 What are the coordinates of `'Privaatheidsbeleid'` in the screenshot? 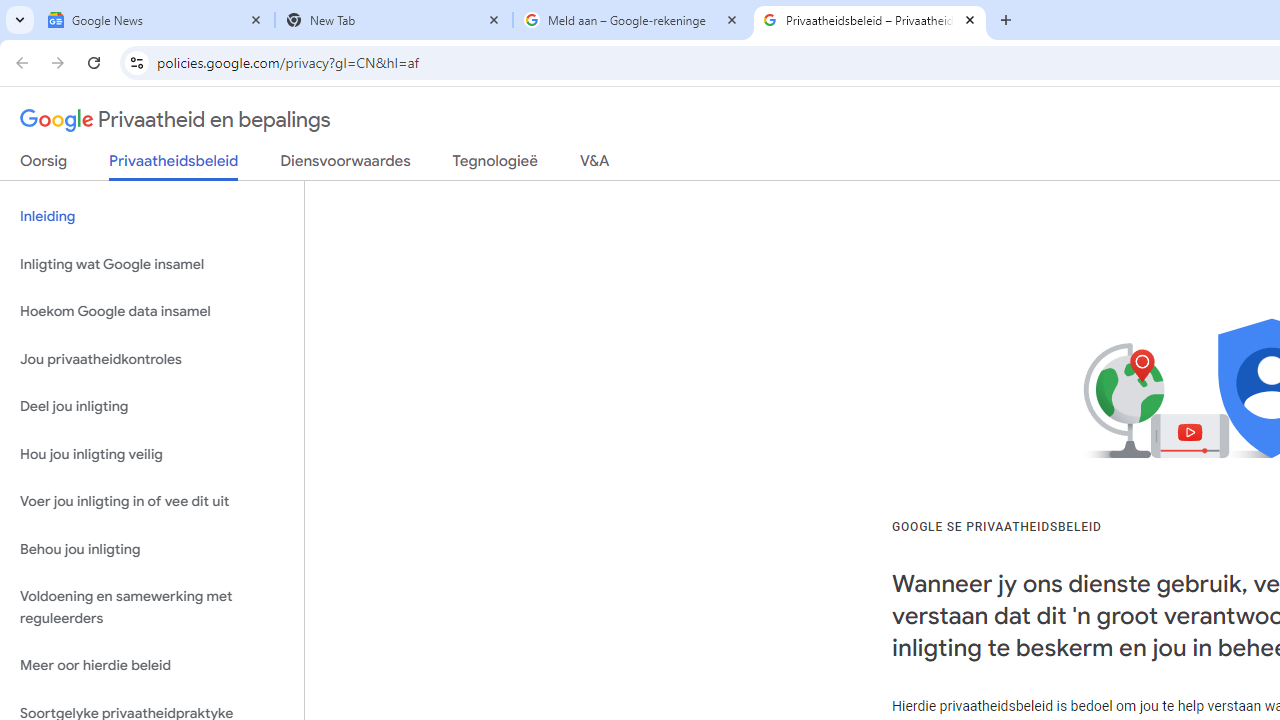 It's located at (174, 165).